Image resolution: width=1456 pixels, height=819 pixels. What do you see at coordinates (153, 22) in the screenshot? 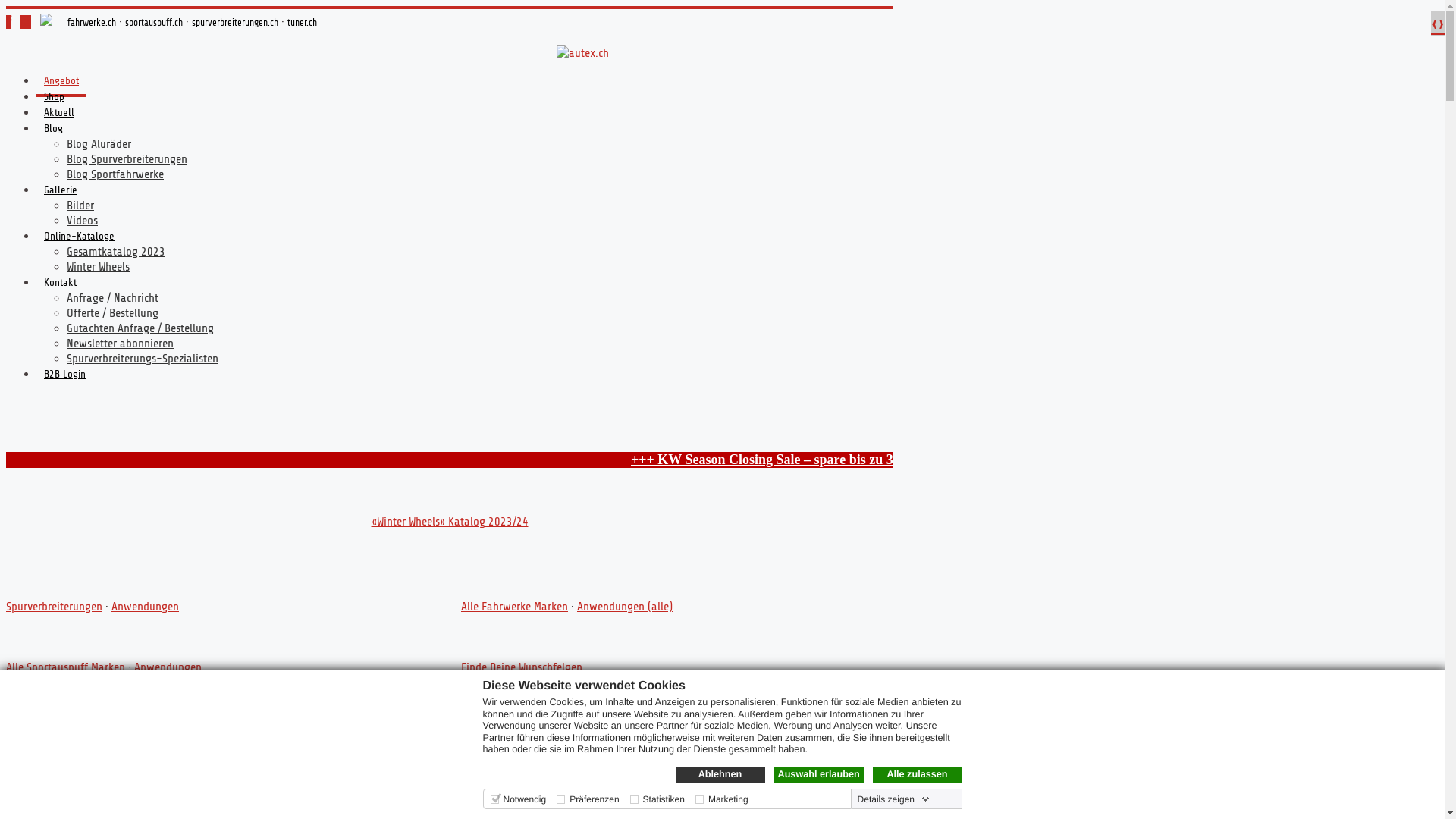
I see `'sportauspuff.ch'` at bounding box center [153, 22].